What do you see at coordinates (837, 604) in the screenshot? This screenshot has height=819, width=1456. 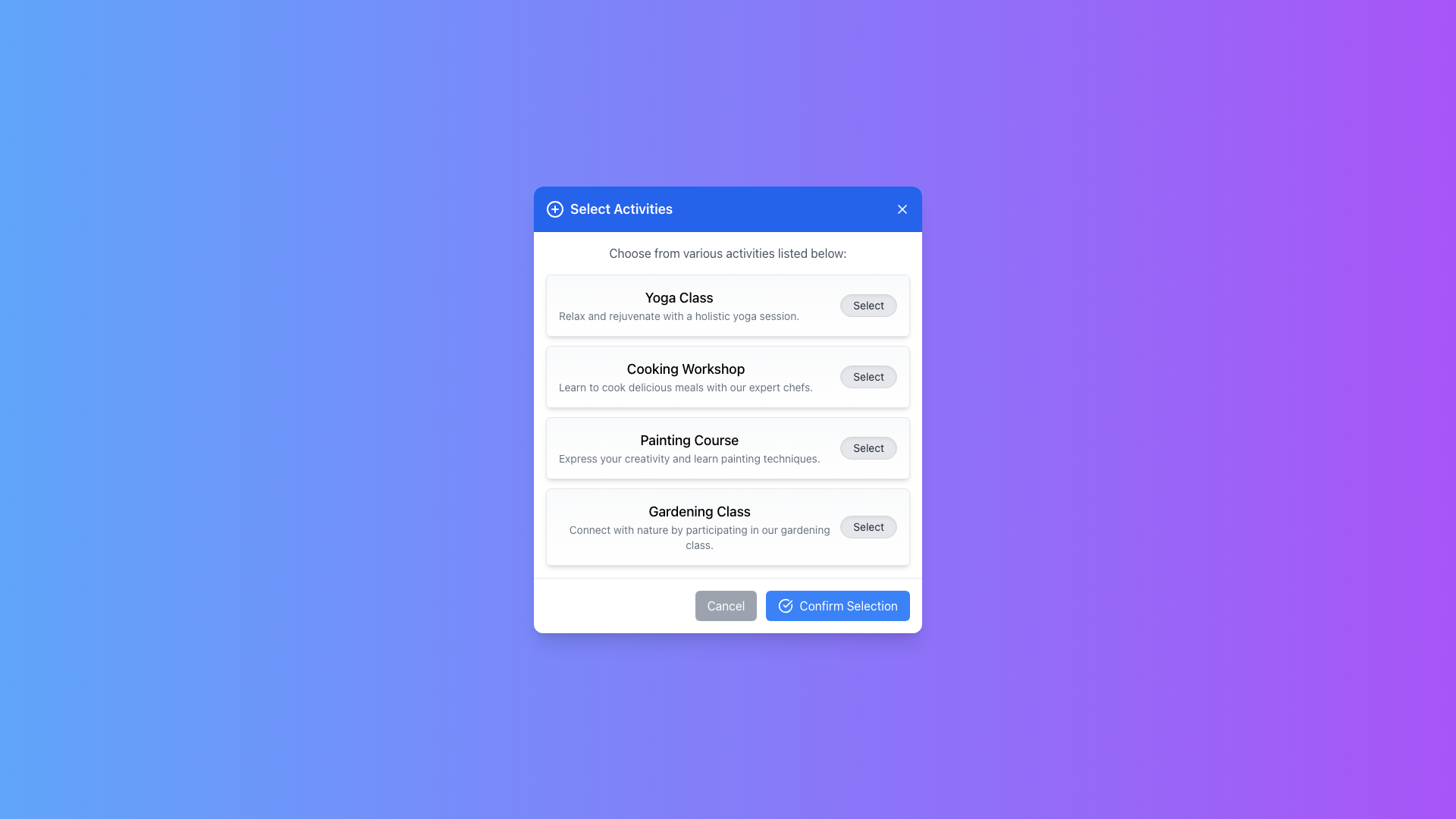 I see `the 'Confirm Selection' button, which is a rectangular button with rounded corners, a blue background, and white text, located in the bottom-right of a modal dialog, immediately to the right of the 'Cancel' button` at bounding box center [837, 604].